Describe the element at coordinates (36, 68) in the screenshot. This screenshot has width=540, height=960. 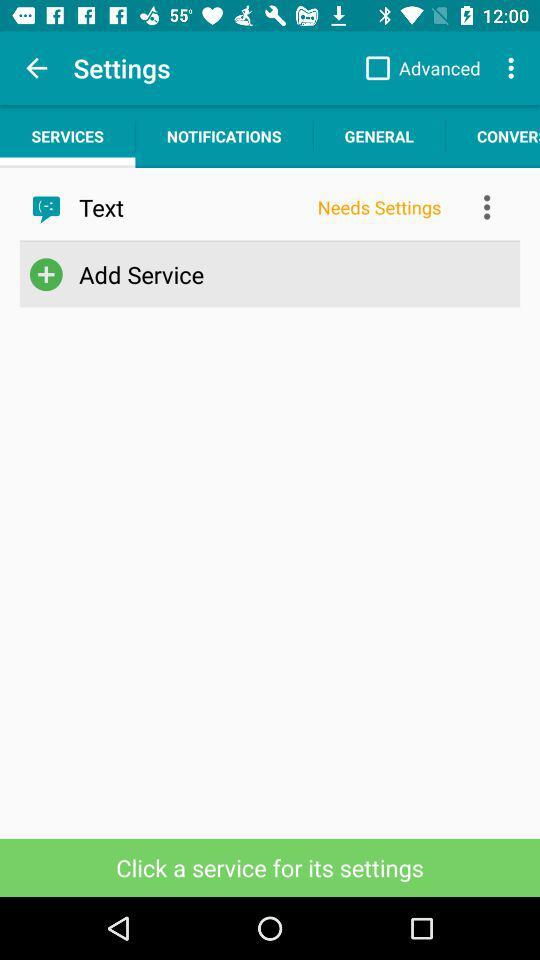
I see `icon to the left of settings app` at that location.